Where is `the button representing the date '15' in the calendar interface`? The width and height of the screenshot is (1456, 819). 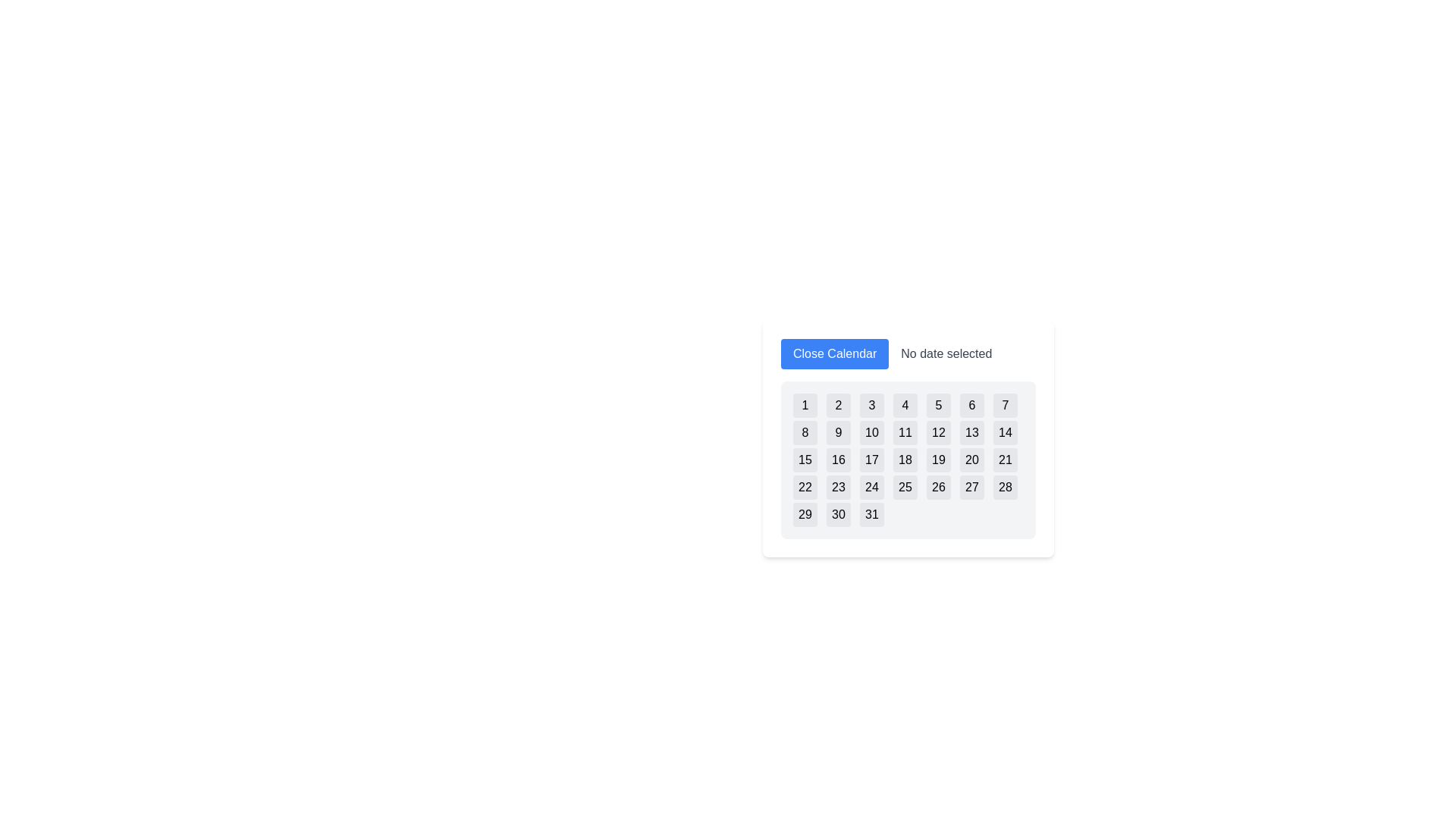
the button representing the date '15' in the calendar interface is located at coordinates (804, 459).